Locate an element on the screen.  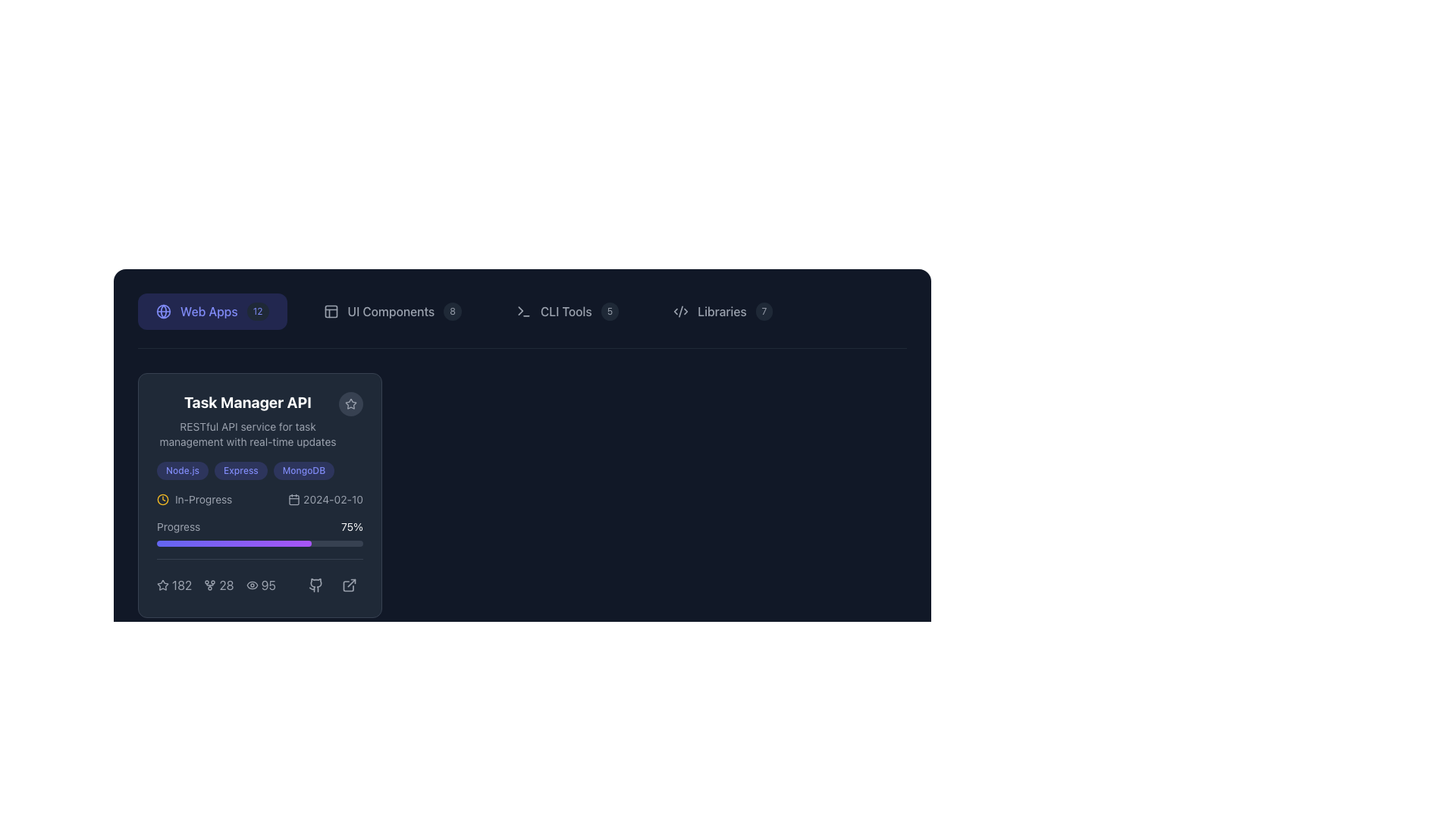
the calendar icon located to the left of the text '2024-02-10' is located at coordinates (294, 500).